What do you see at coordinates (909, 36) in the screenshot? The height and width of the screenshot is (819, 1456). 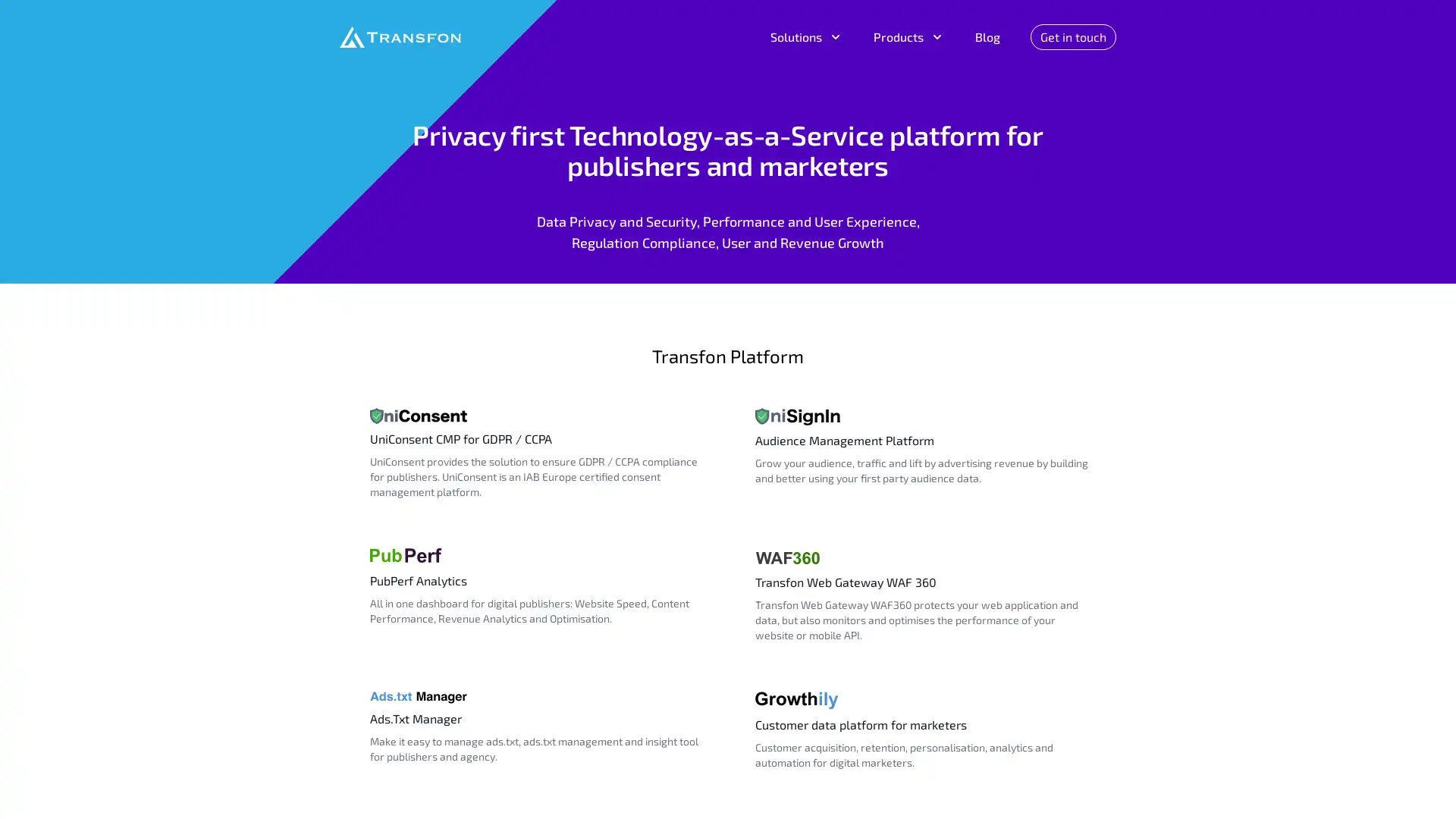 I see `Products` at bounding box center [909, 36].